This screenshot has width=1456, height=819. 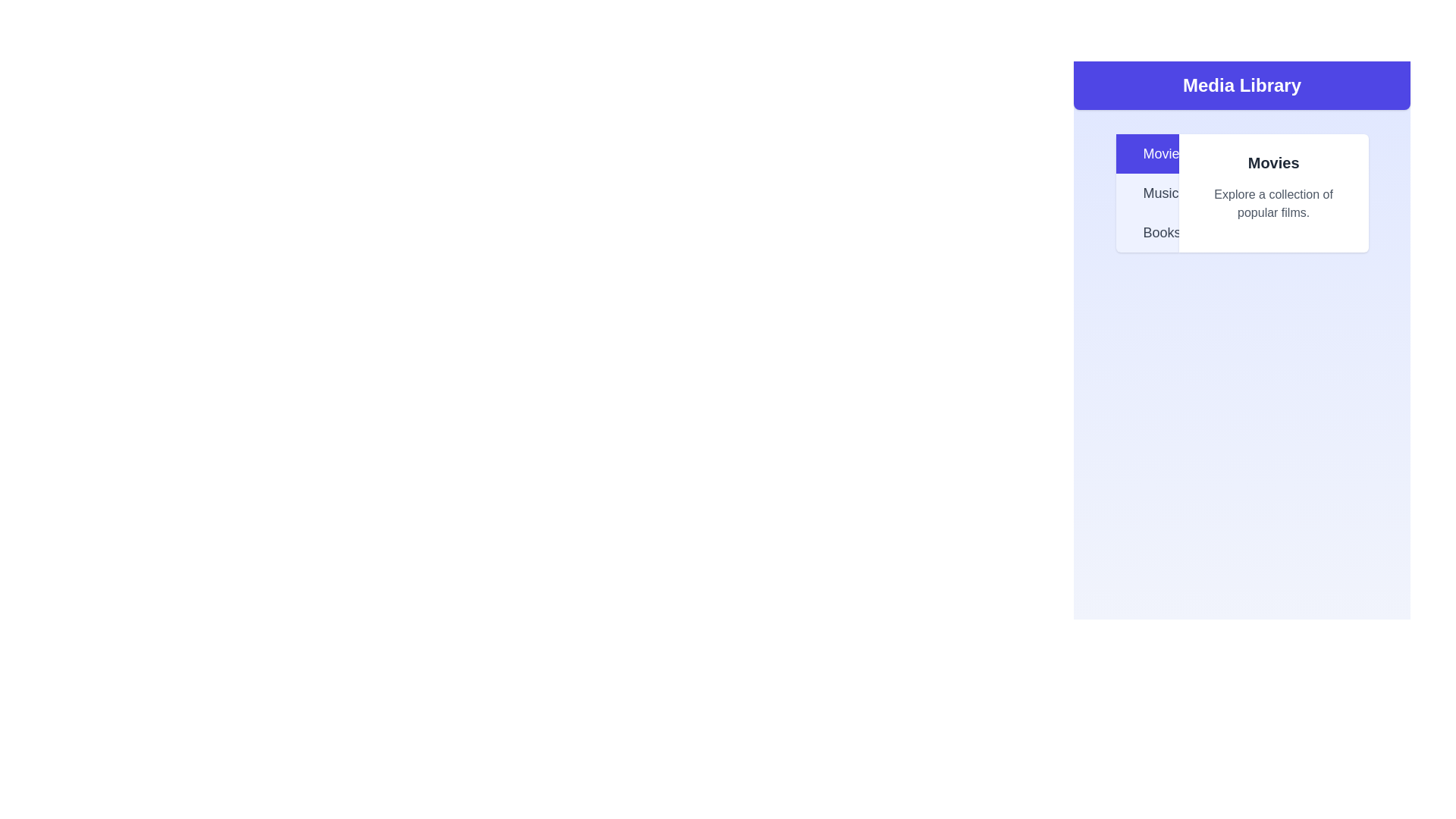 What do you see at coordinates (1147, 192) in the screenshot?
I see `the tab labeled Music to switch to its content` at bounding box center [1147, 192].